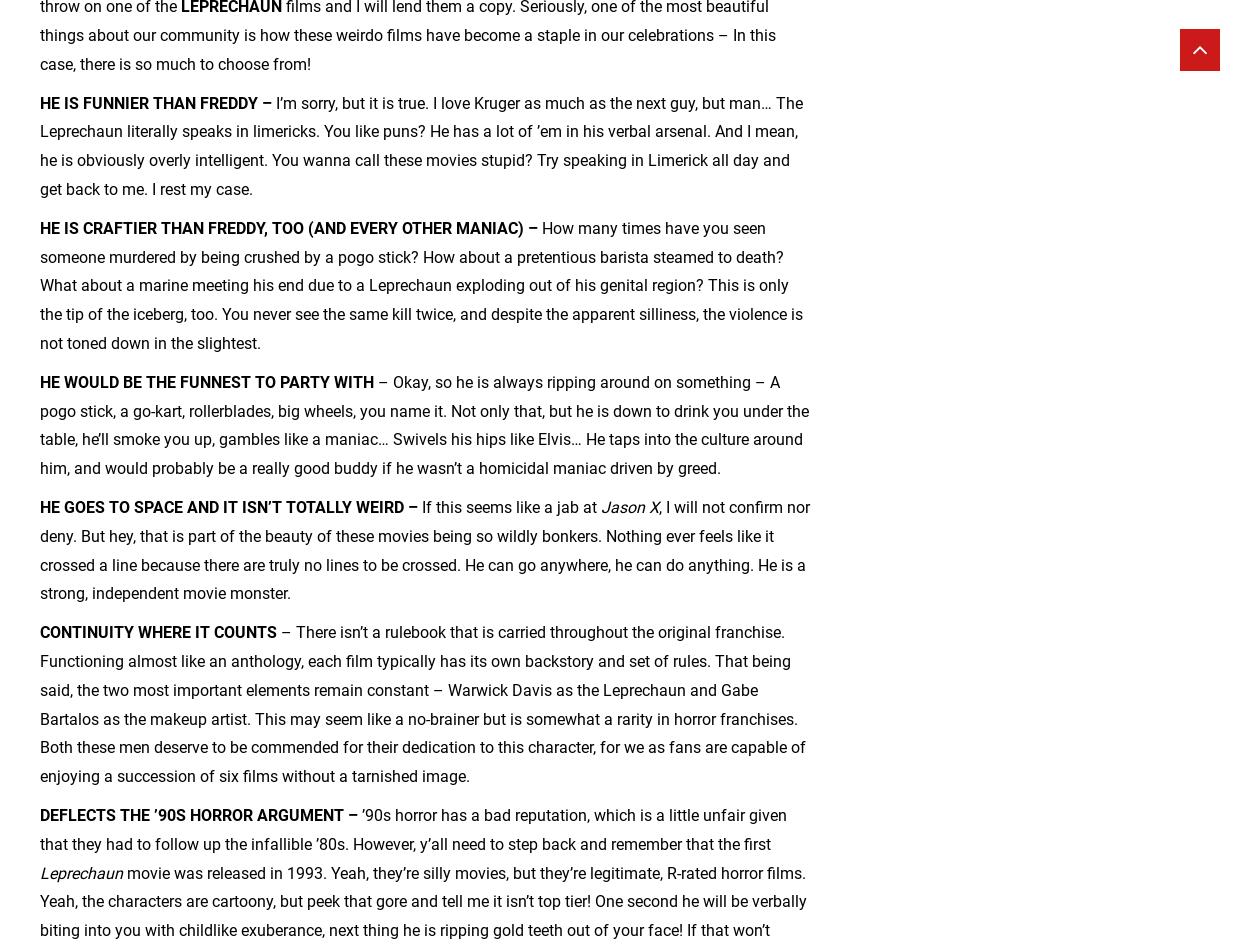  I want to click on '’90s horror has a bad reputation, which is a little unfair given that they had to follow up the infallible ’80s. However, y’all need to step back and remember that the first', so click(413, 829).